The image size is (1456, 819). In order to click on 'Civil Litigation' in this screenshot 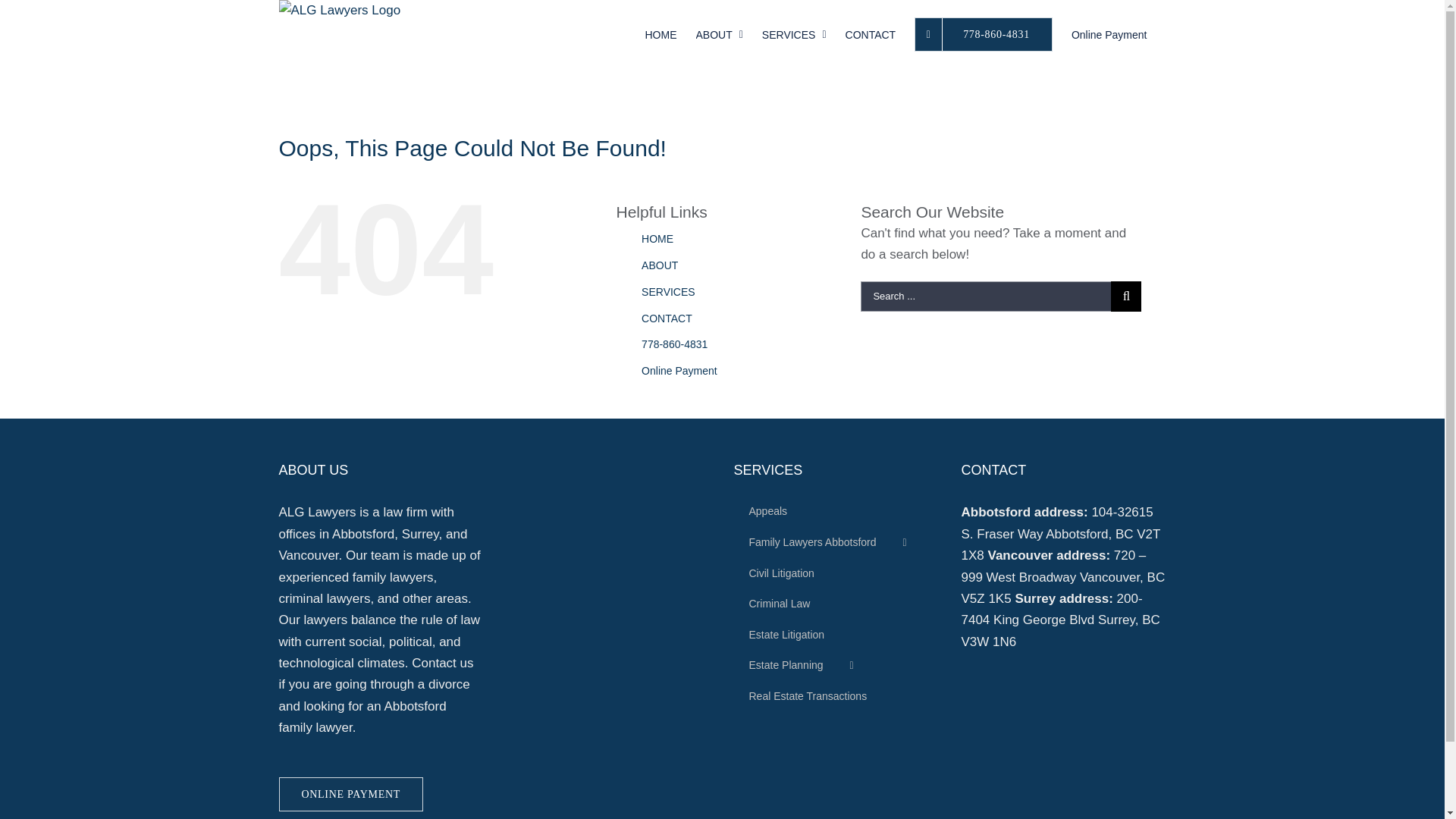, I will do `click(835, 573)`.